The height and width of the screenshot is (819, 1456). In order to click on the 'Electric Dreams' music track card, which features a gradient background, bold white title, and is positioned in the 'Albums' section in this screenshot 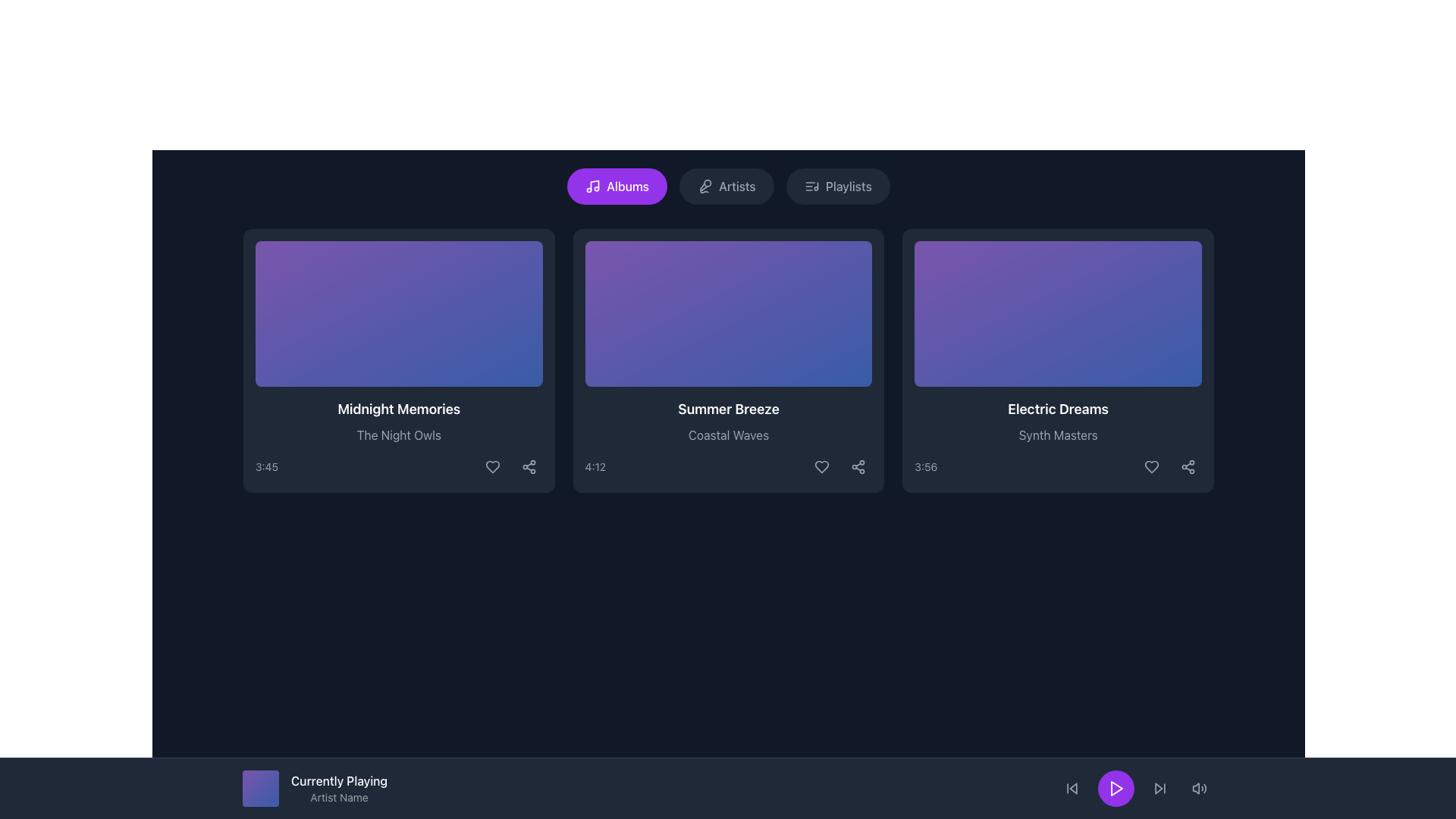, I will do `click(1057, 360)`.